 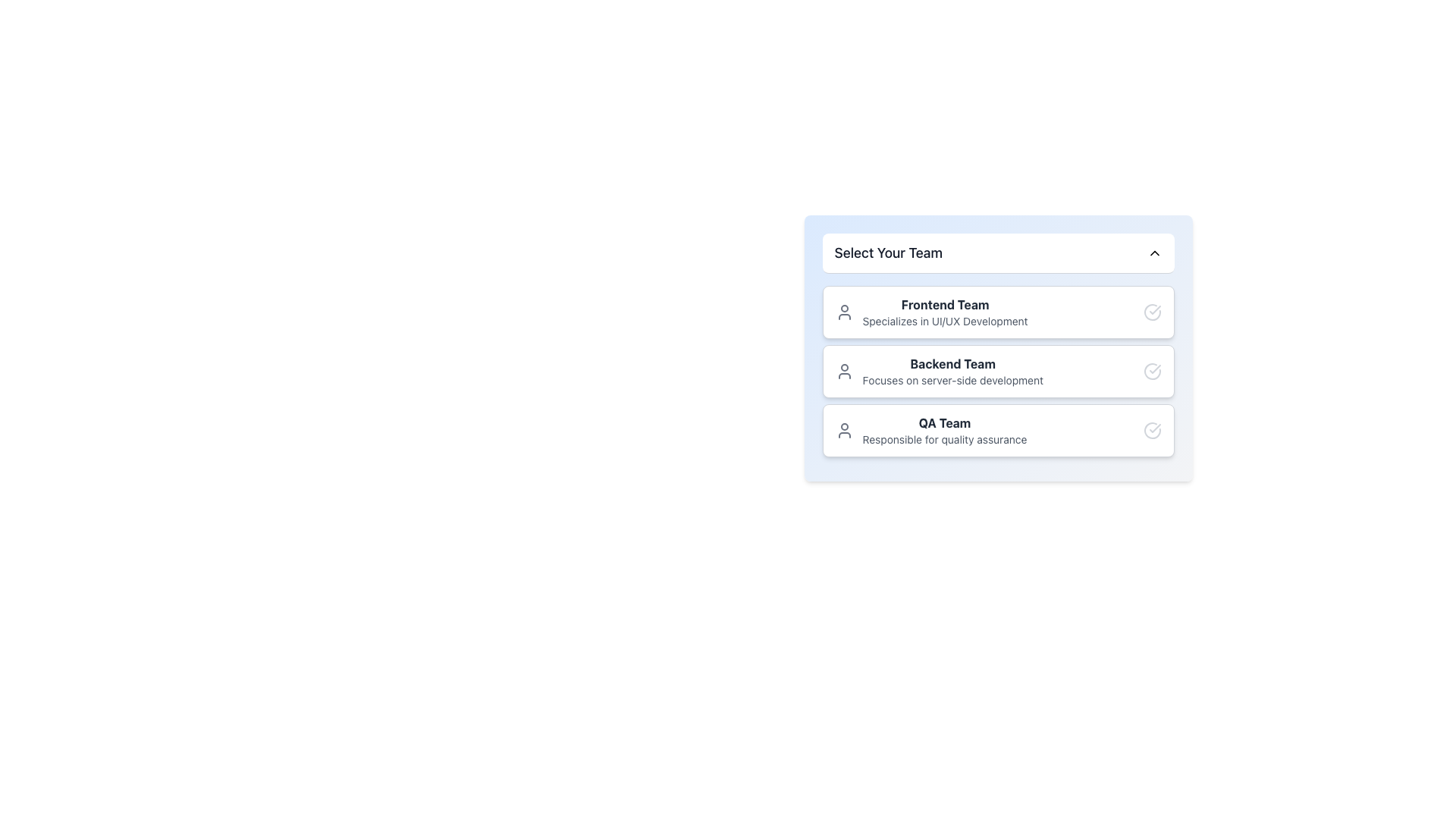 I want to click on descriptive text 'Responsible for quality assurance' located below the 'QA Team' title in the last list item of the 'Select Your Team' section, so click(x=944, y=439).